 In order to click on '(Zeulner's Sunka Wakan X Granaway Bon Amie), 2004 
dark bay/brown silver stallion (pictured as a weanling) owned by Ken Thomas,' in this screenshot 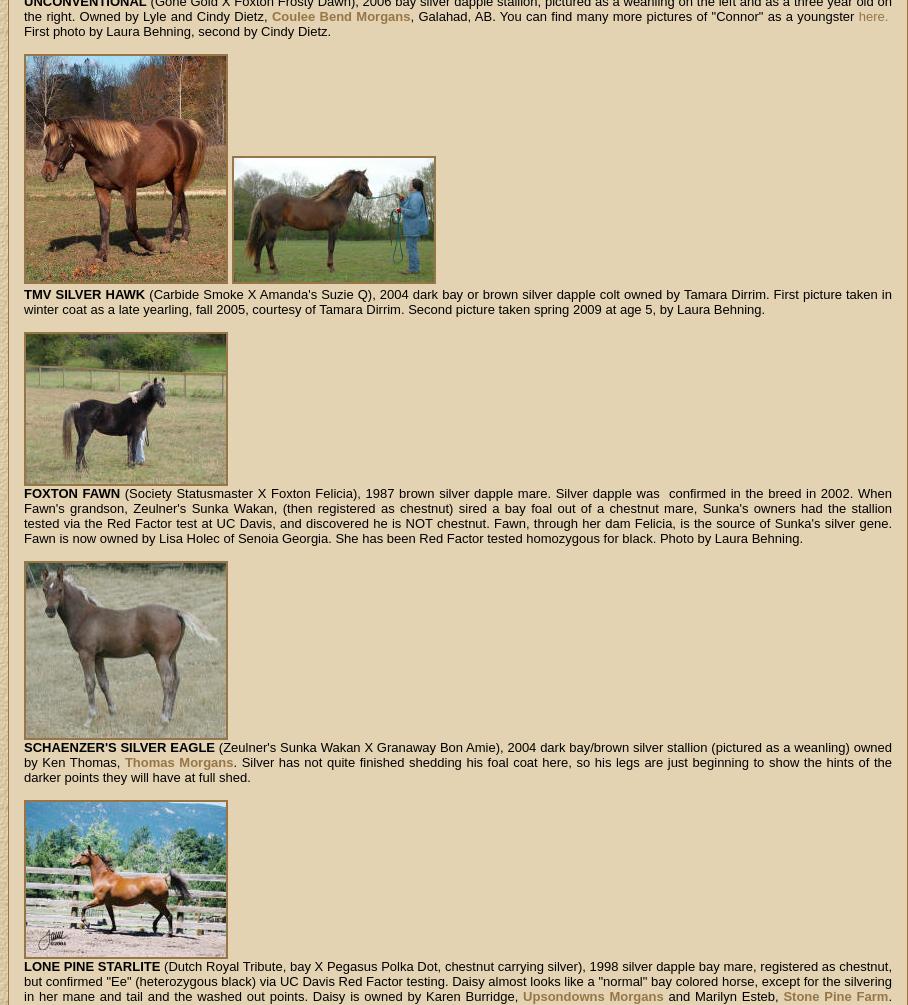, I will do `click(456, 754)`.